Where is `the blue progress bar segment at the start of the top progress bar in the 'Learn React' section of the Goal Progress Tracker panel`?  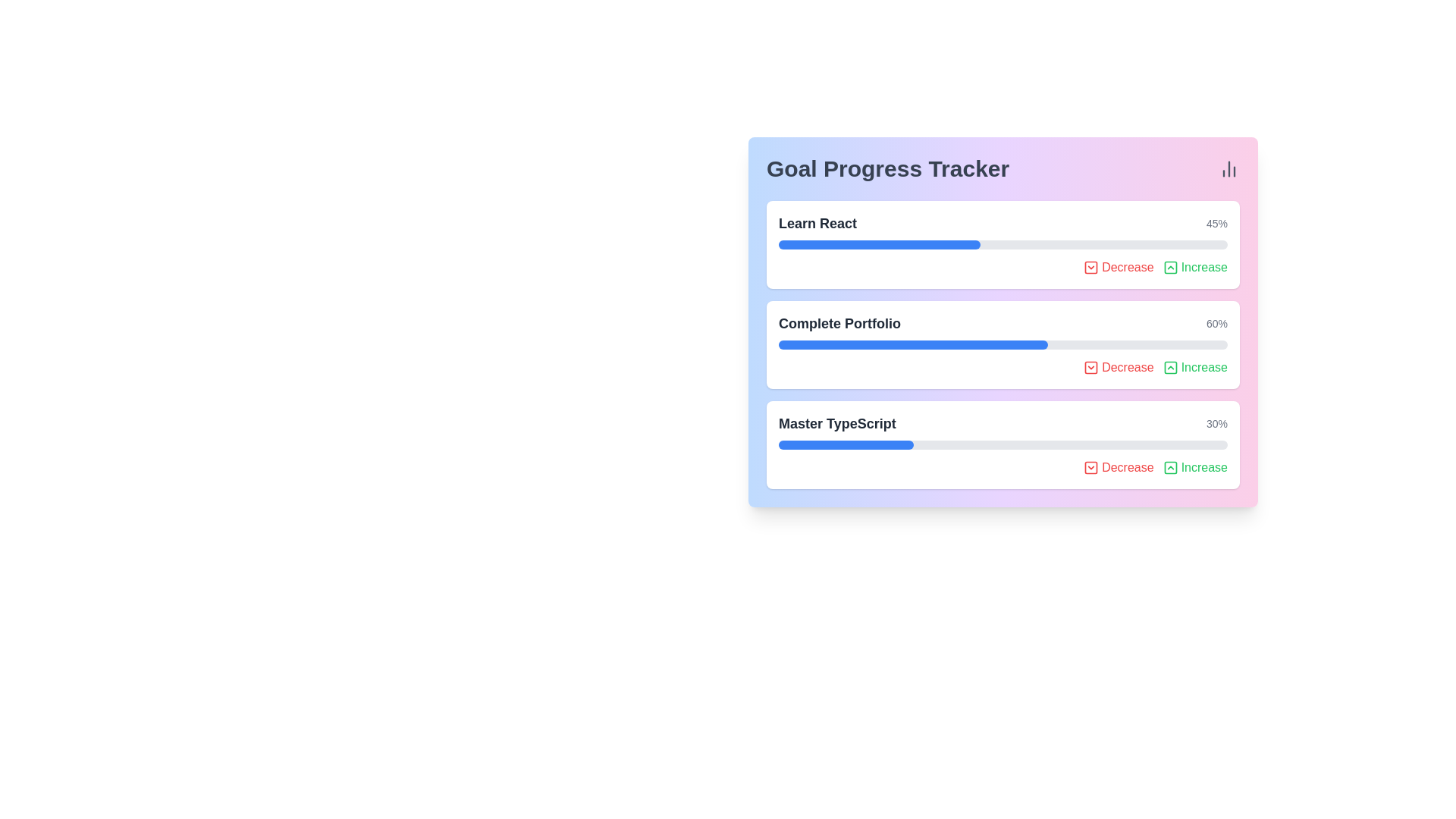 the blue progress bar segment at the start of the top progress bar in the 'Learn React' section of the Goal Progress Tracker panel is located at coordinates (880, 244).